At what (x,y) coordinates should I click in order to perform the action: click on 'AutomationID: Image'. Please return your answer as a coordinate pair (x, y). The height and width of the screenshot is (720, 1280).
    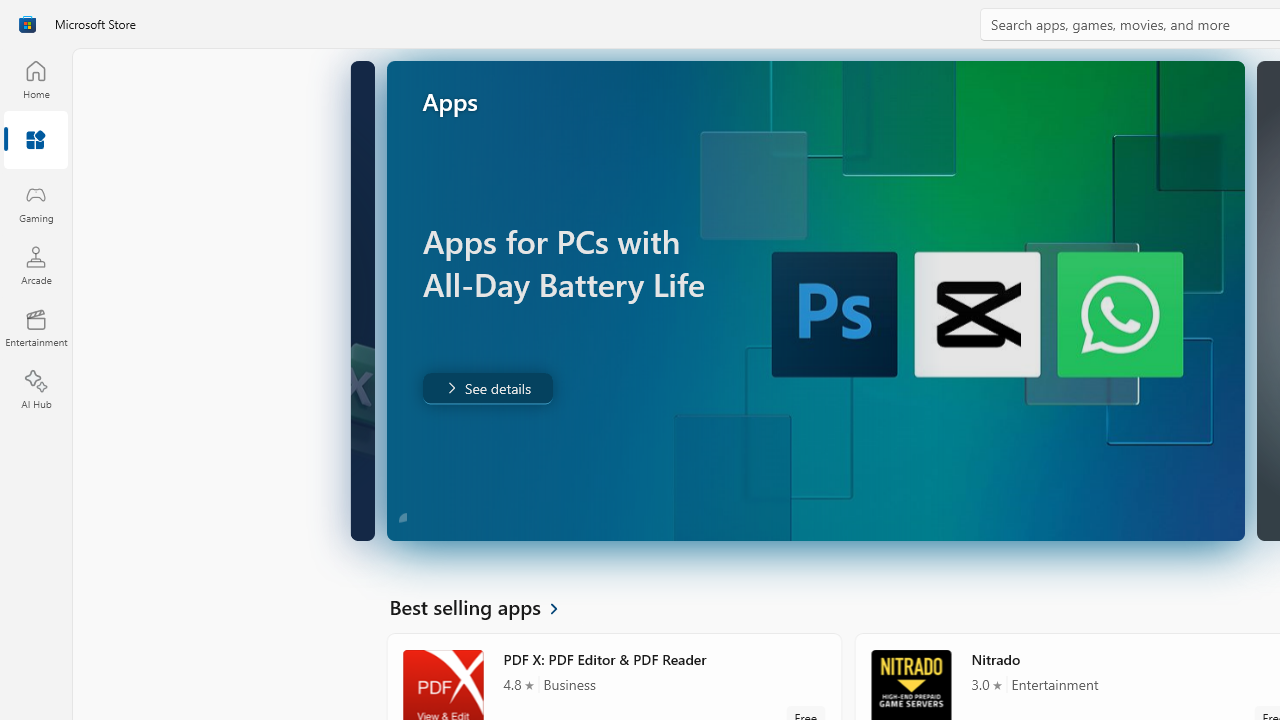
    Looking at the image, I should click on (815, 300).